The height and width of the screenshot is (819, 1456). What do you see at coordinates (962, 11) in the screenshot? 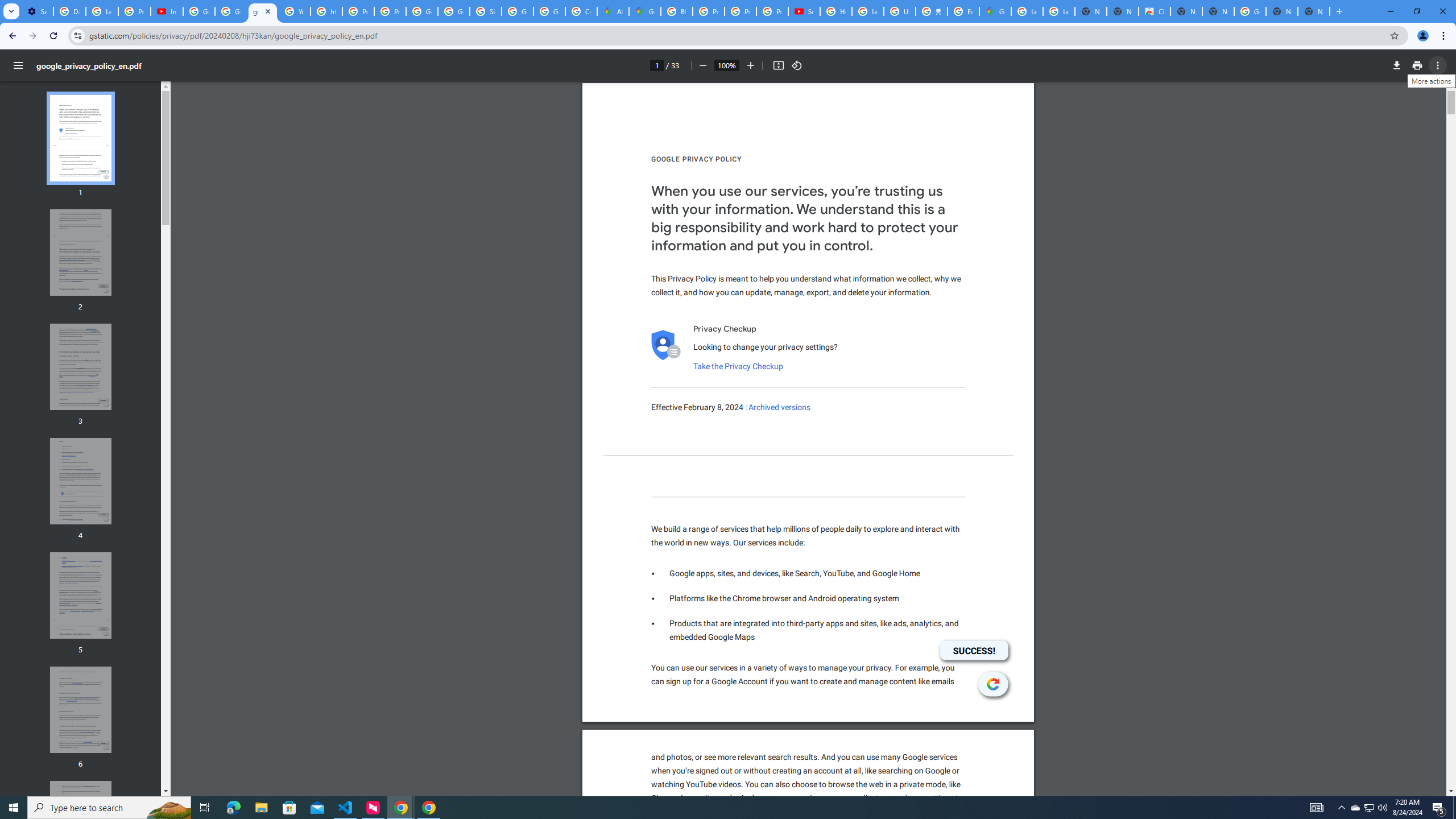
I see `'Explore new street-level details - Google Maps Help'` at bounding box center [962, 11].